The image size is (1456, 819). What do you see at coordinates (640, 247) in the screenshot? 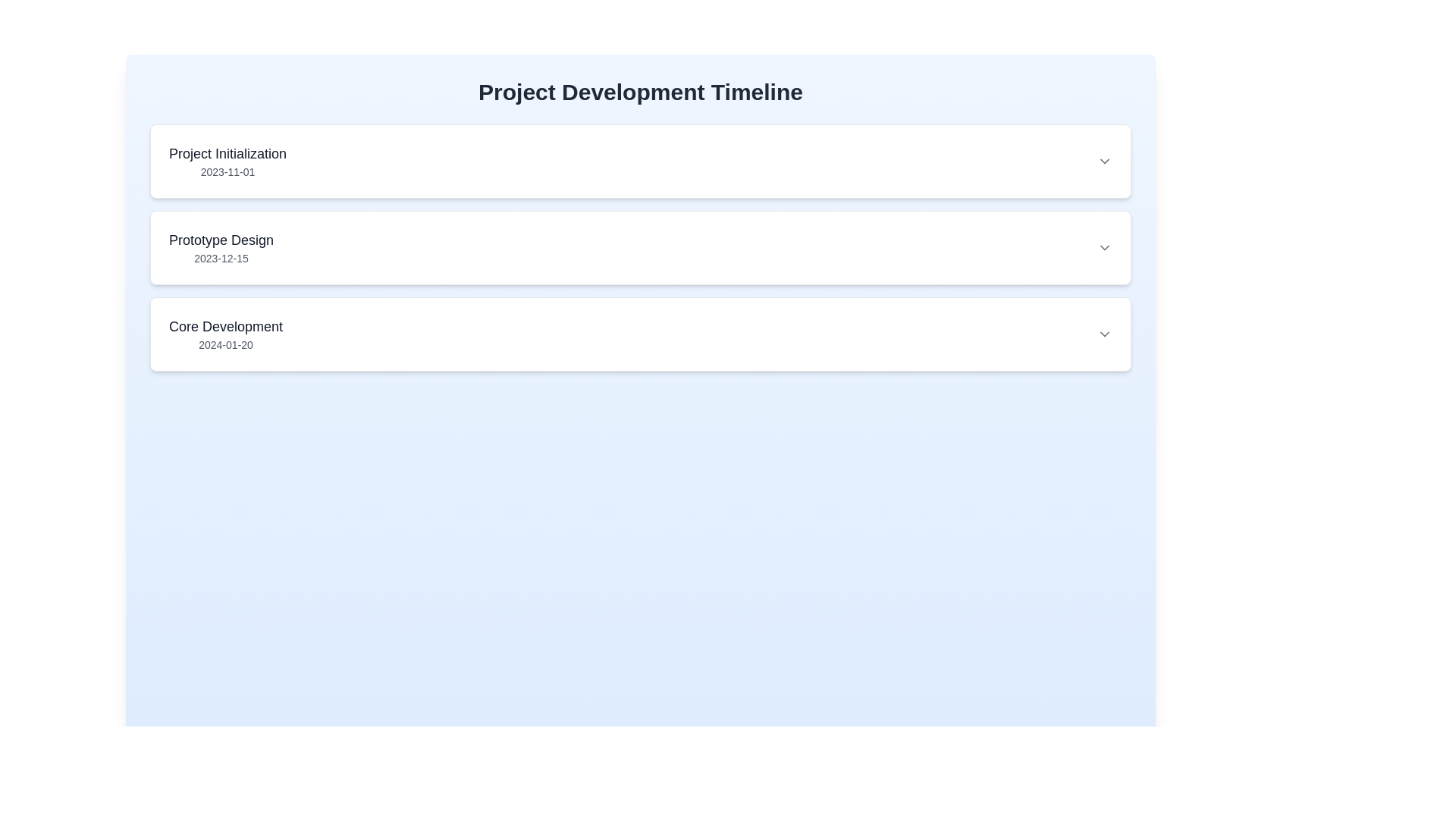
I see `the second list item displaying a project milestone or task with its name and date` at bounding box center [640, 247].